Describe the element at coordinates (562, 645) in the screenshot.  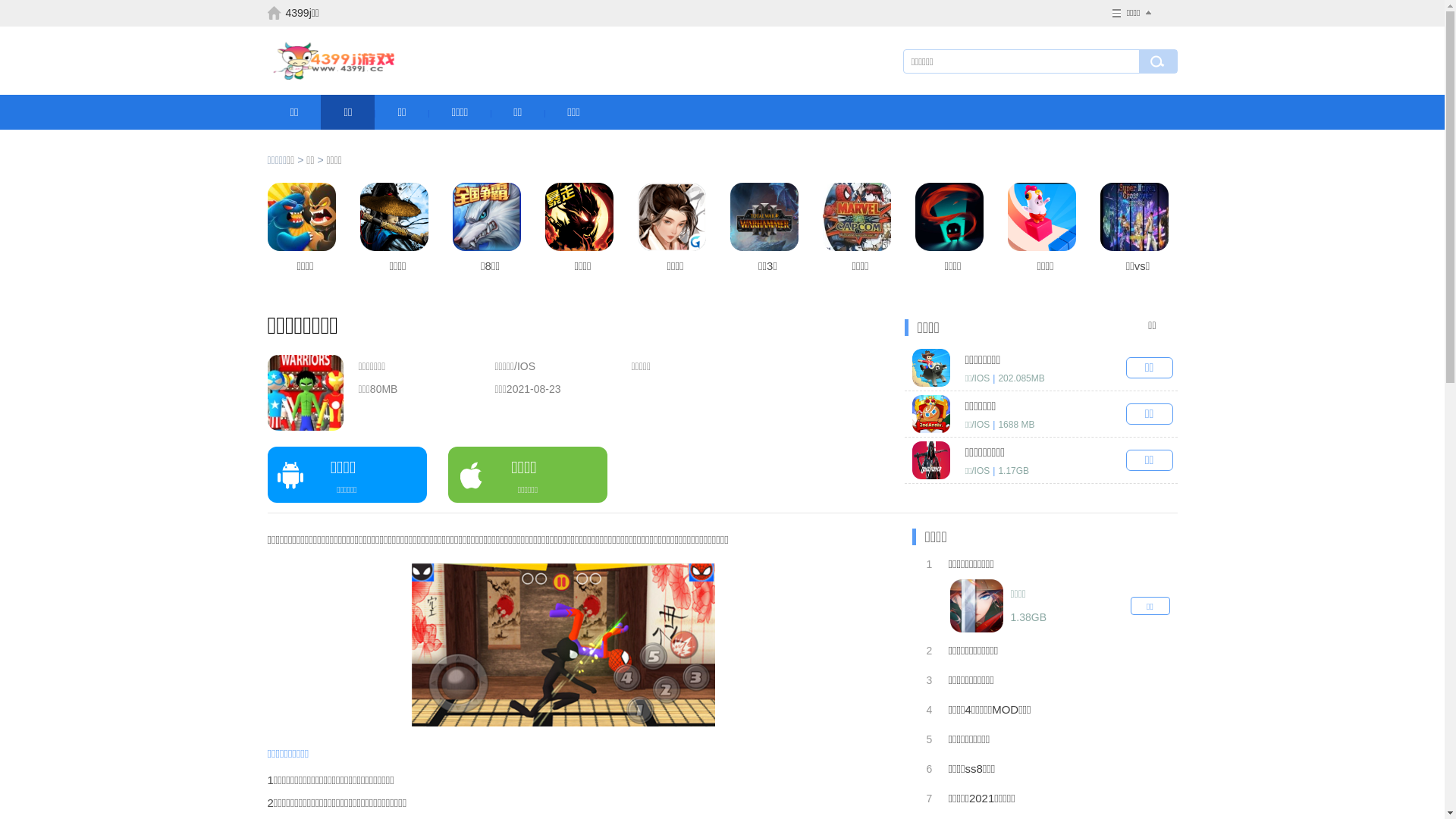
I see `'75b8dbb9ab32ddda7c7b0a6115f81381.png'` at that location.